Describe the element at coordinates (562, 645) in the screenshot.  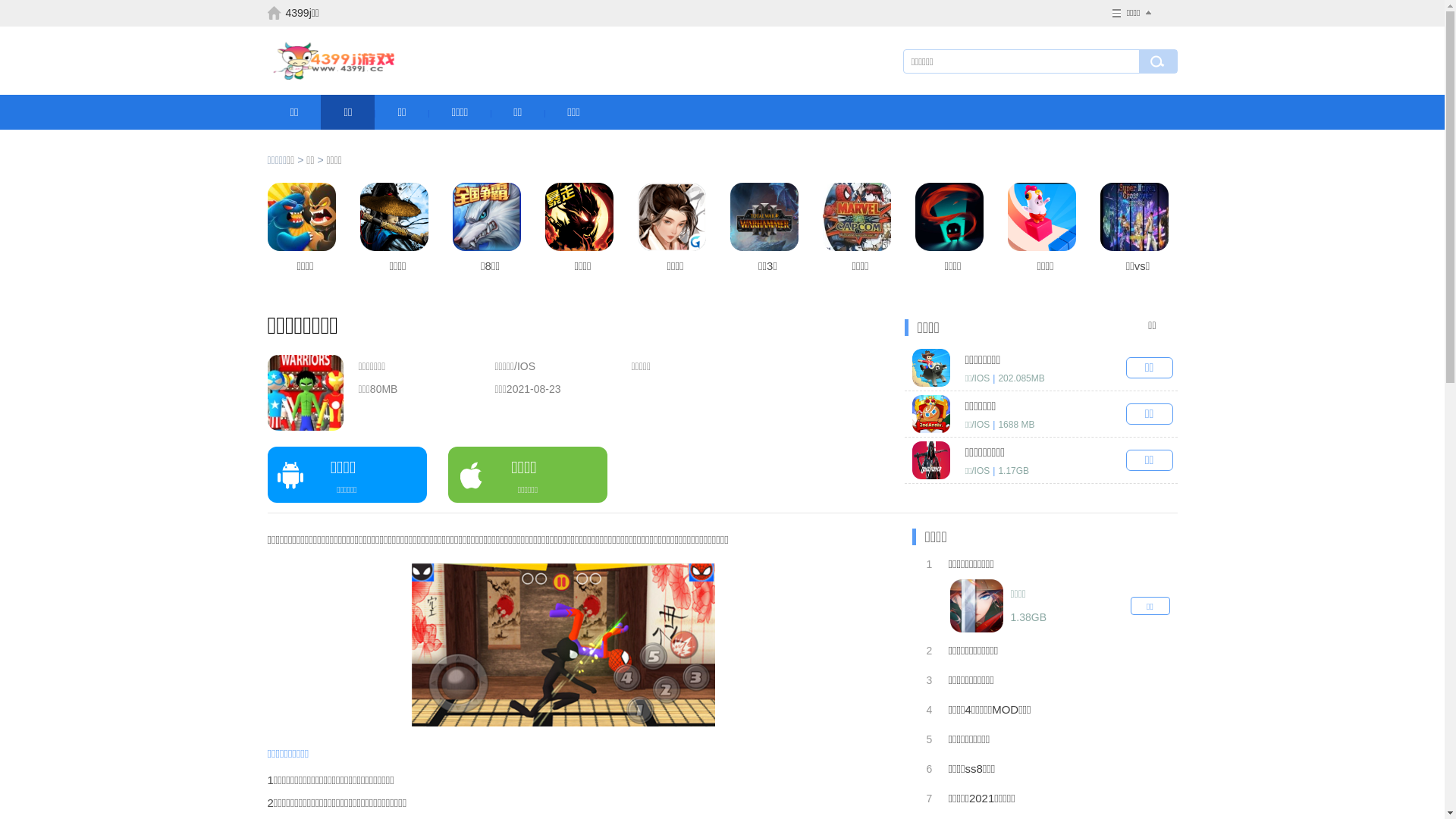
I see `'75b8dbb9ab32ddda7c7b0a6115f81381.png'` at that location.